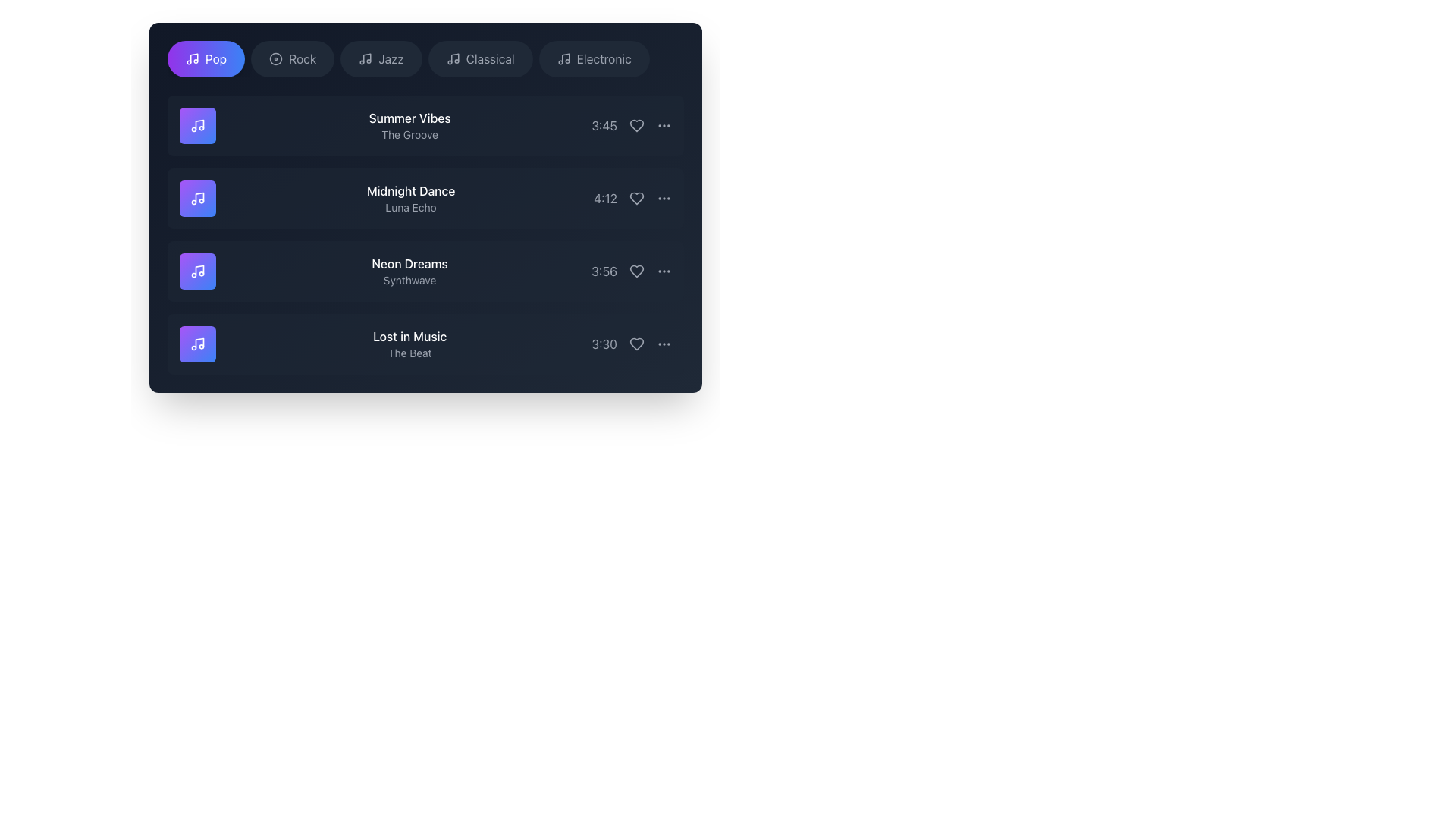 Image resolution: width=1456 pixels, height=819 pixels. Describe the element at coordinates (604, 198) in the screenshot. I see `text value displayed in the gray Text label showing '4:12', located in the second row of the list, to the right of a heart icon and slightly to the left of a vertical ellipsis menu` at that location.